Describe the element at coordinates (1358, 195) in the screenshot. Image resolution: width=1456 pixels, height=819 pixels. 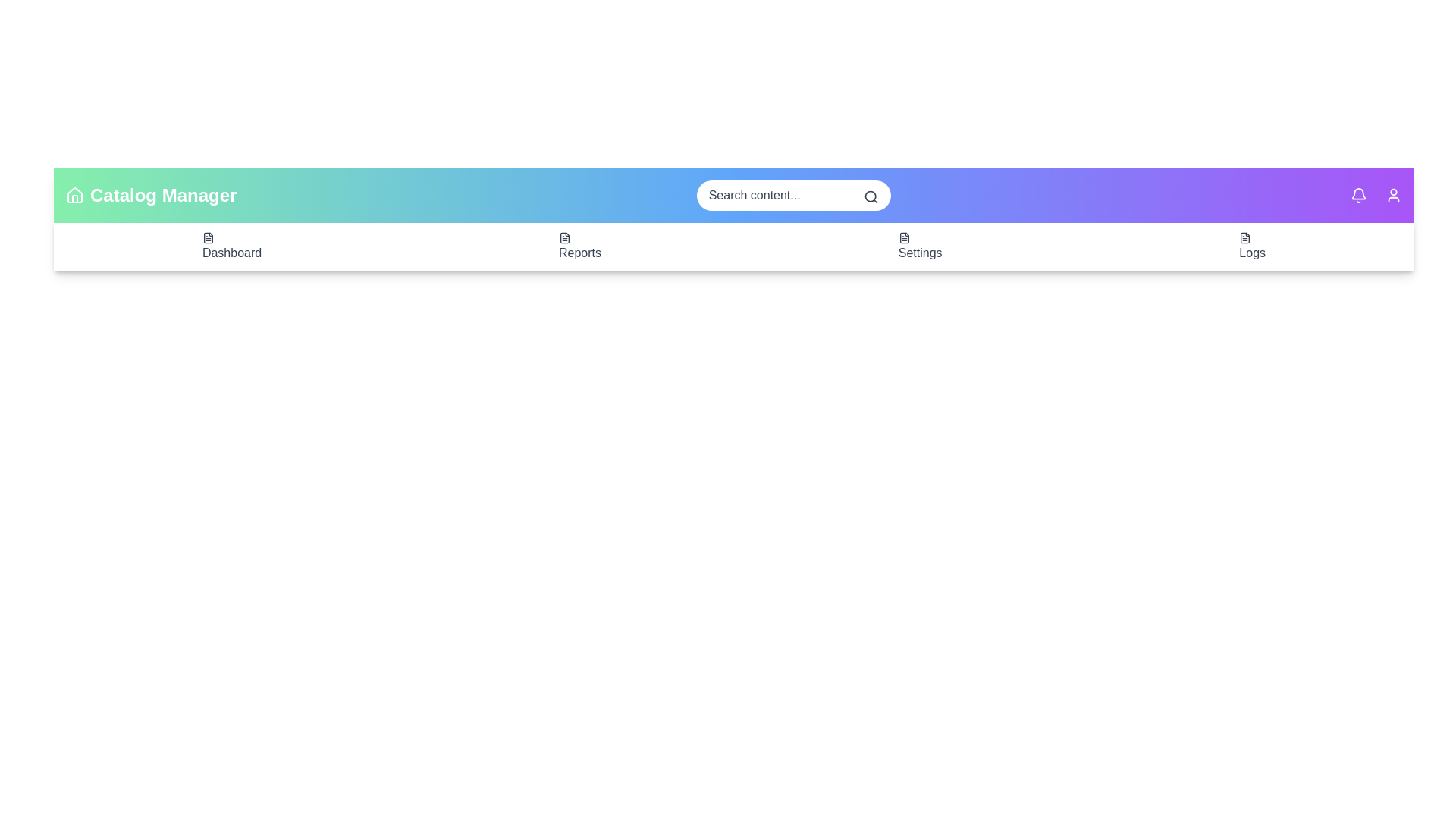
I see `the bell icon to view notifications` at that location.